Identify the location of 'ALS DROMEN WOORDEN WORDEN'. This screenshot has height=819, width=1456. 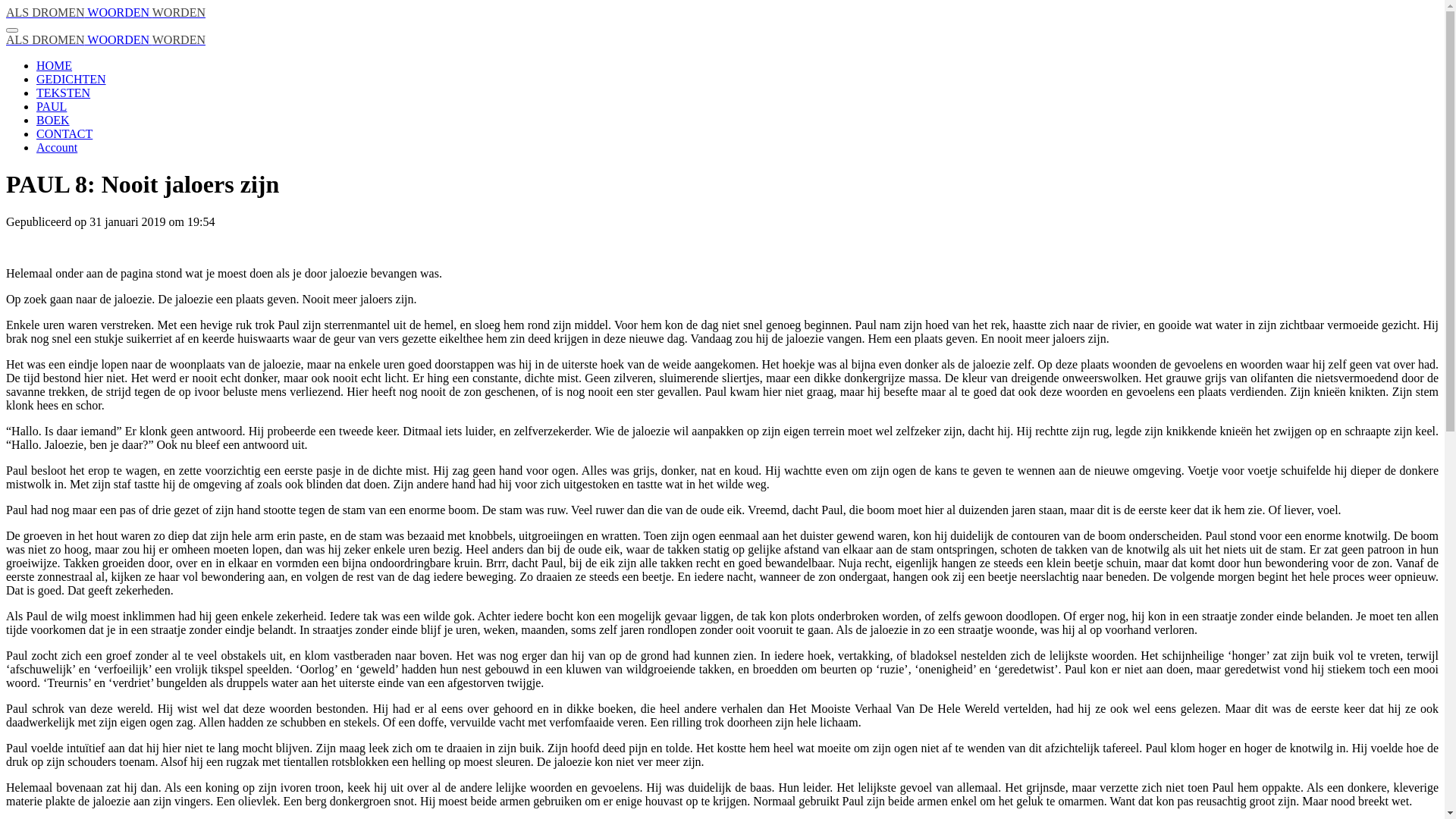
(105, 39).